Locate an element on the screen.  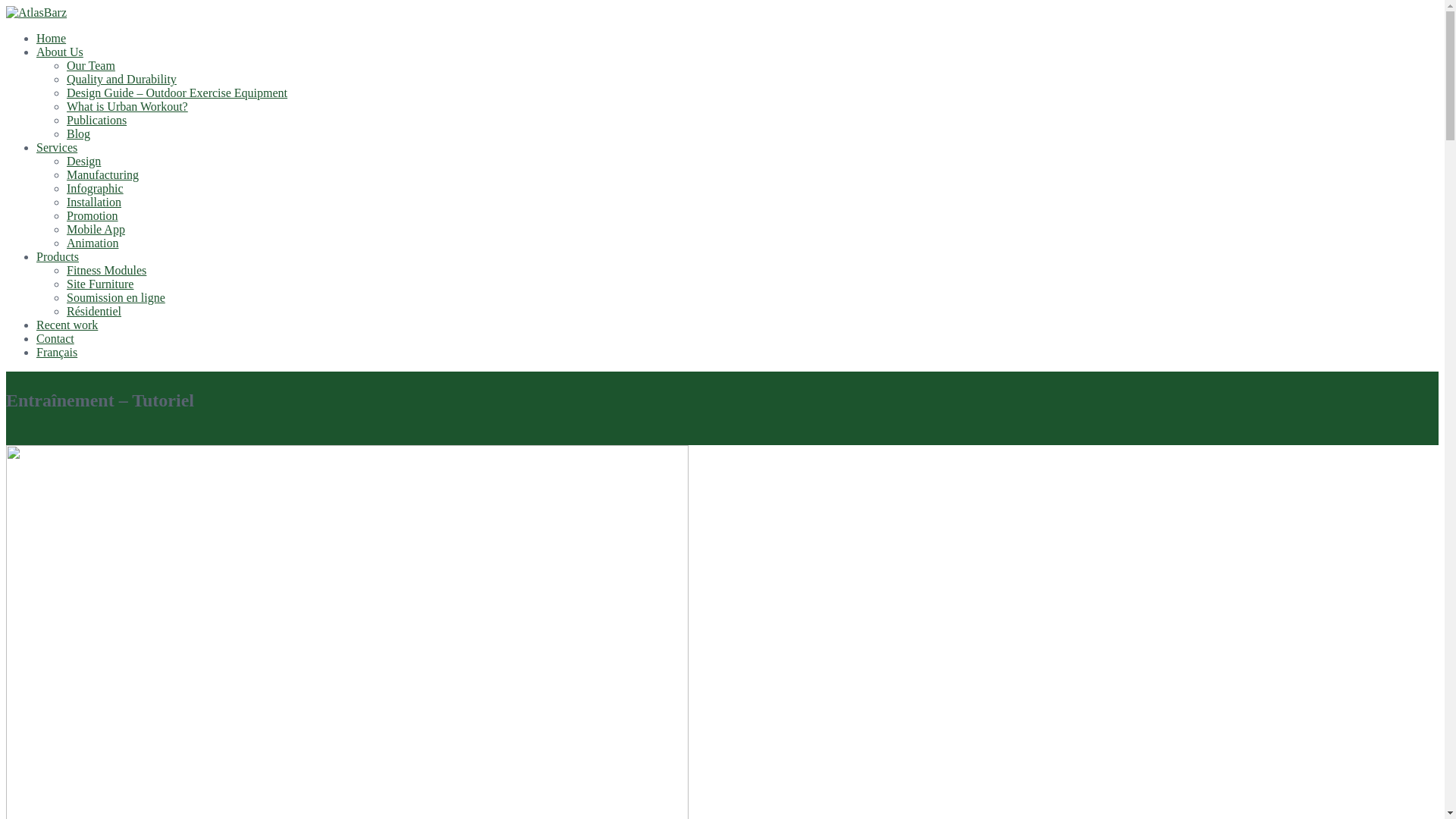
'Promotion' is located at coordinates (91, 215).